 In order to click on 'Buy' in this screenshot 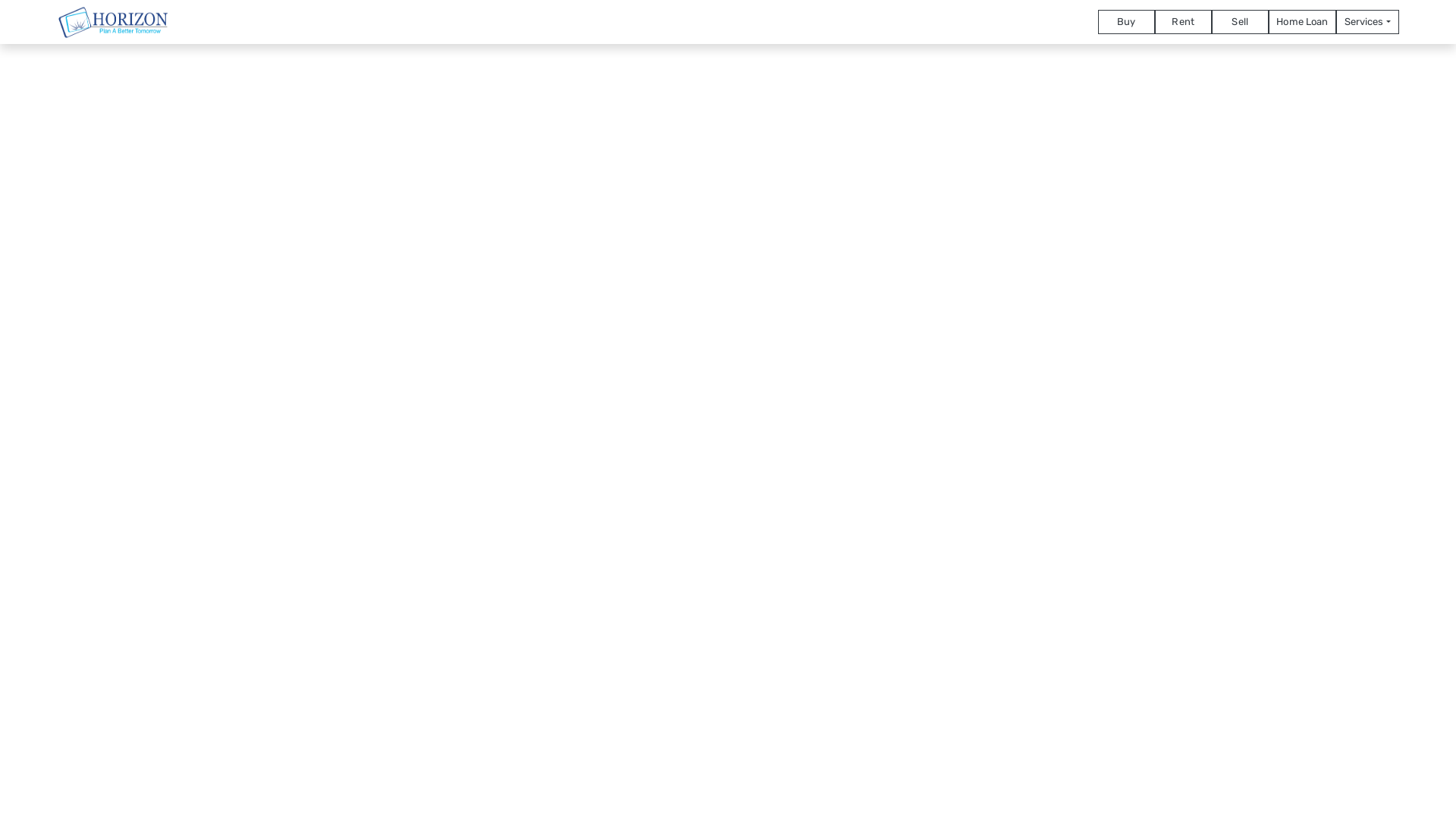, I will do `click(1126, 21)`.